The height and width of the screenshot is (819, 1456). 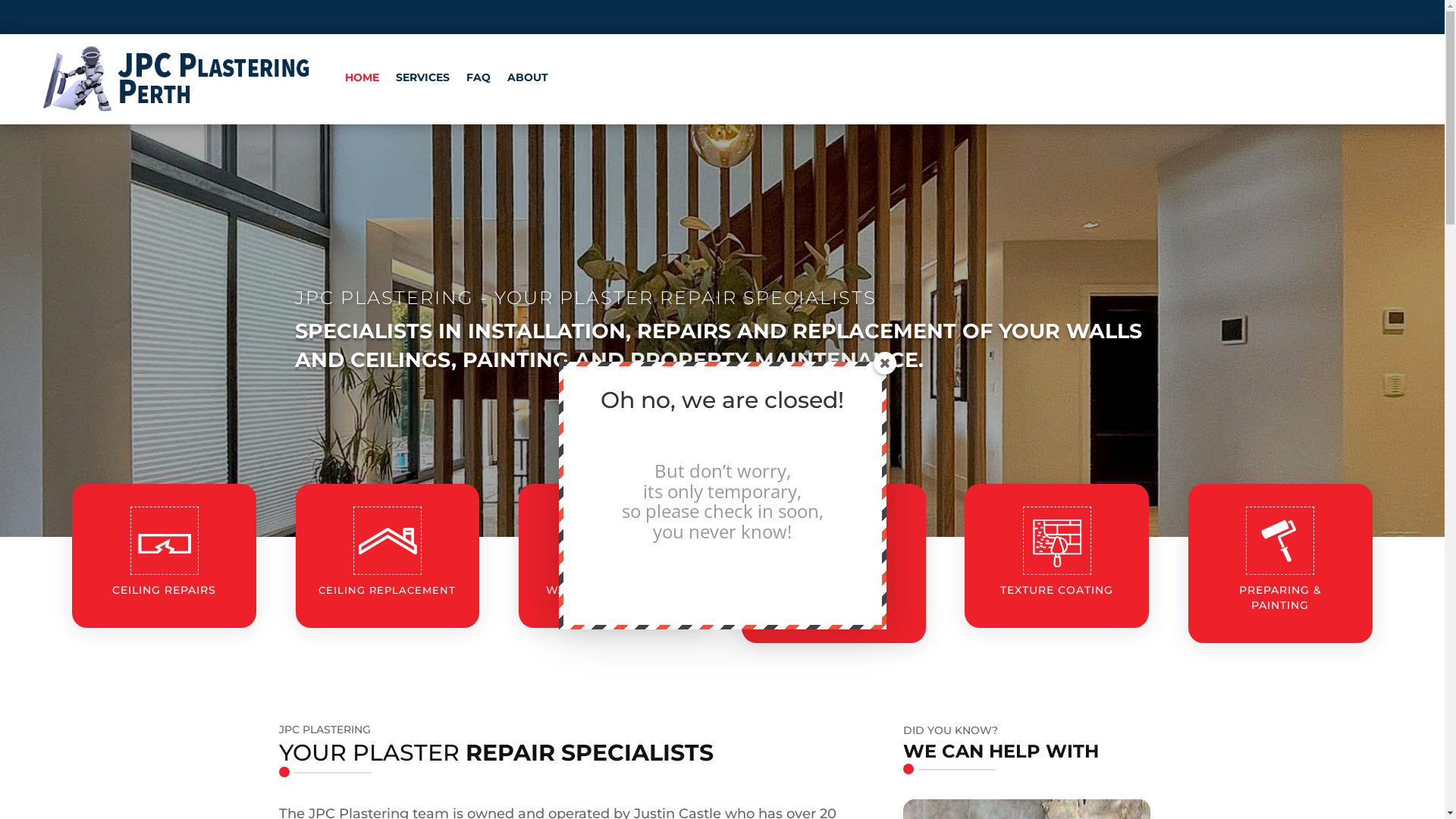 What do you see at coordinates (422, 77) in the screenshot?
I see `'SERVICES'` at bounding box center [422, 77].